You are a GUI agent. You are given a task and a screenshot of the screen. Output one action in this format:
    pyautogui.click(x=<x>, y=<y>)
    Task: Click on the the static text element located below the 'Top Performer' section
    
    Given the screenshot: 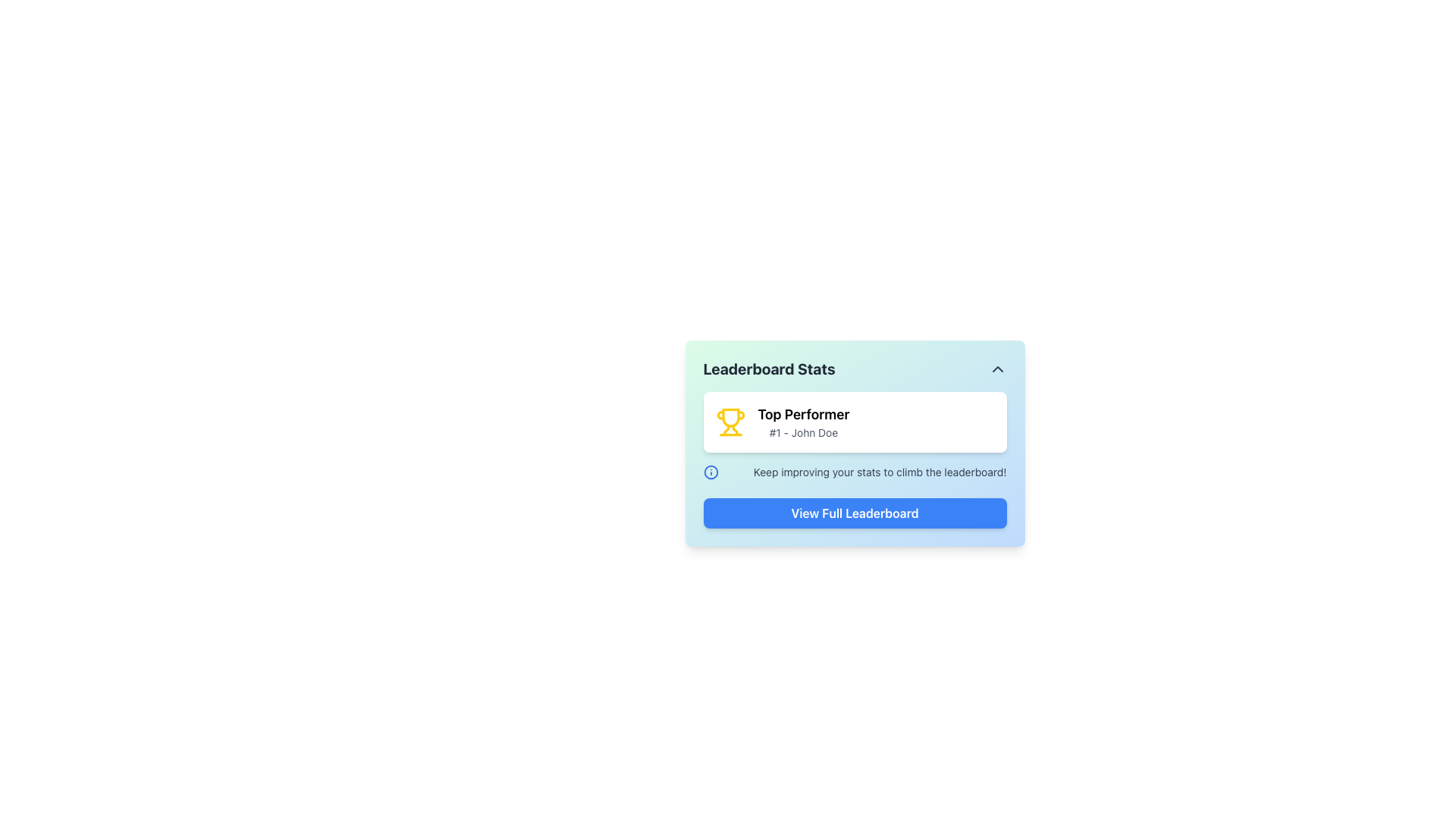 What is the action you would take?
    pyautogui.click(x=855, y=472)
    